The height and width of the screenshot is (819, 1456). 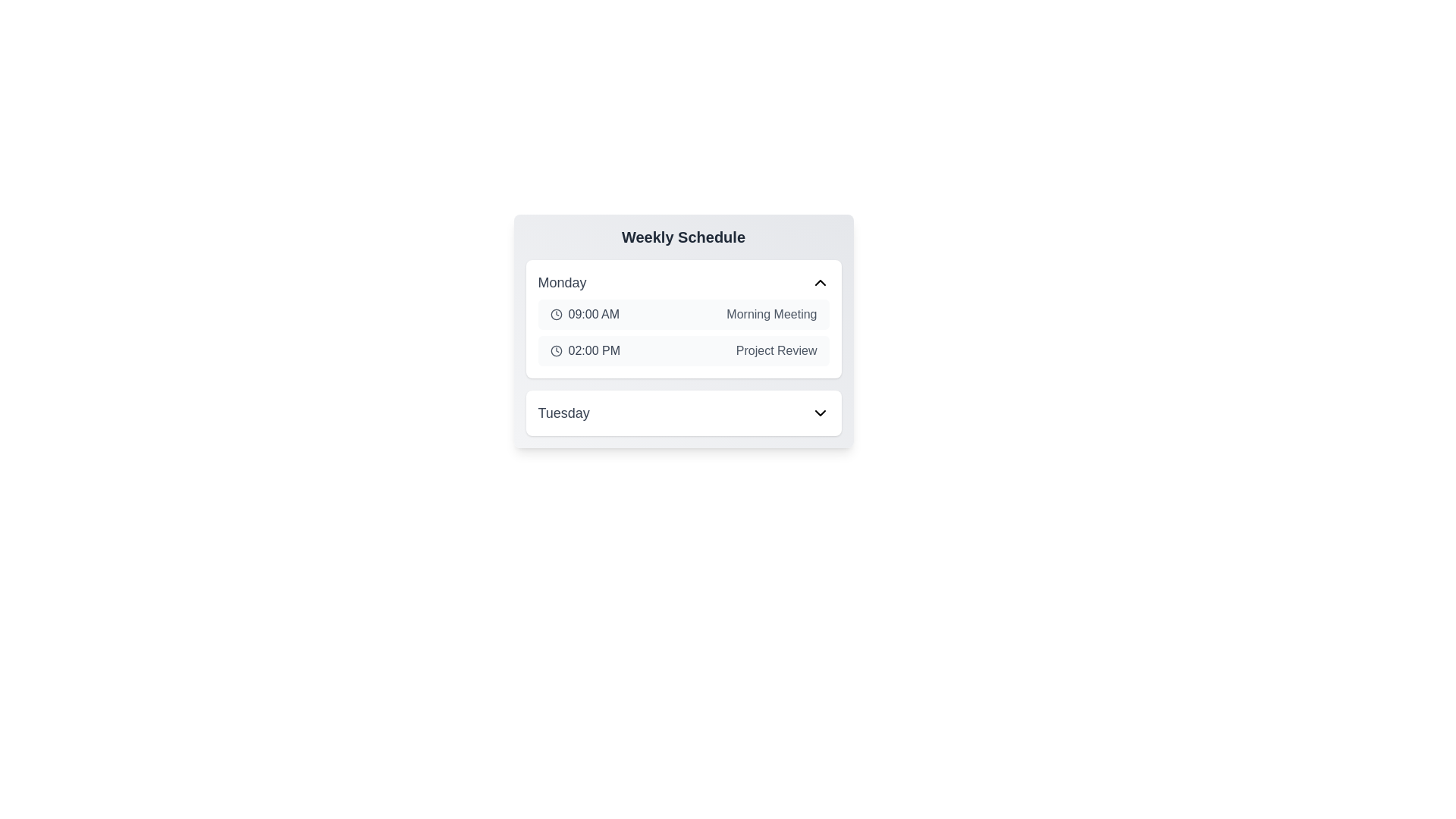 I want to click on the static text label displaying the title 'Morning Meeting', which is right-aligned and shows the meeting time at 9:00 AM on Monday, so click(x=771, y=314).